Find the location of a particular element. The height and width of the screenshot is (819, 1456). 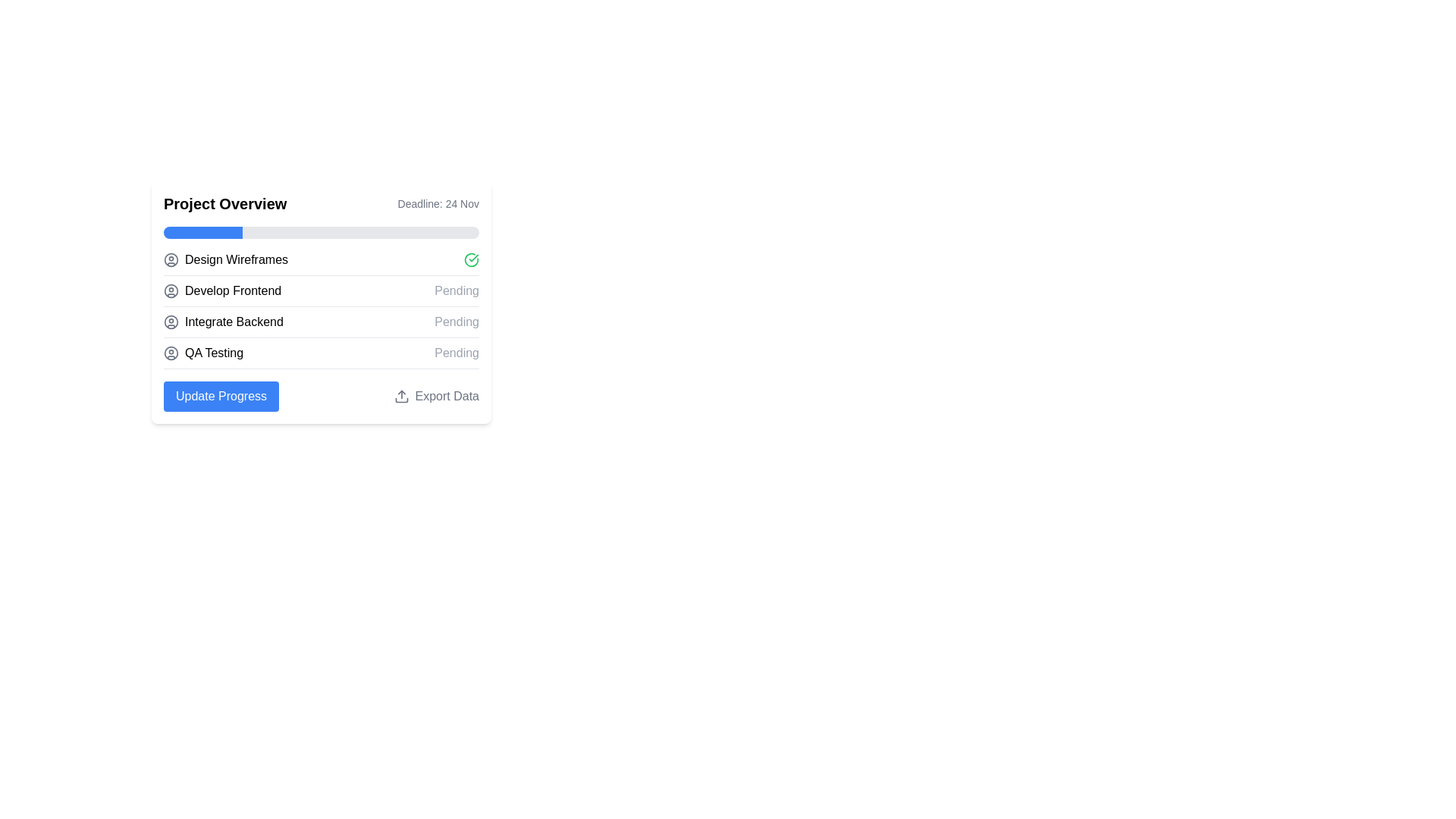

the list item displaying 'QA Testing' with a pending status, which is the last item in the vertical task list under 'Project Overview' is located at coordinates (320, 356).